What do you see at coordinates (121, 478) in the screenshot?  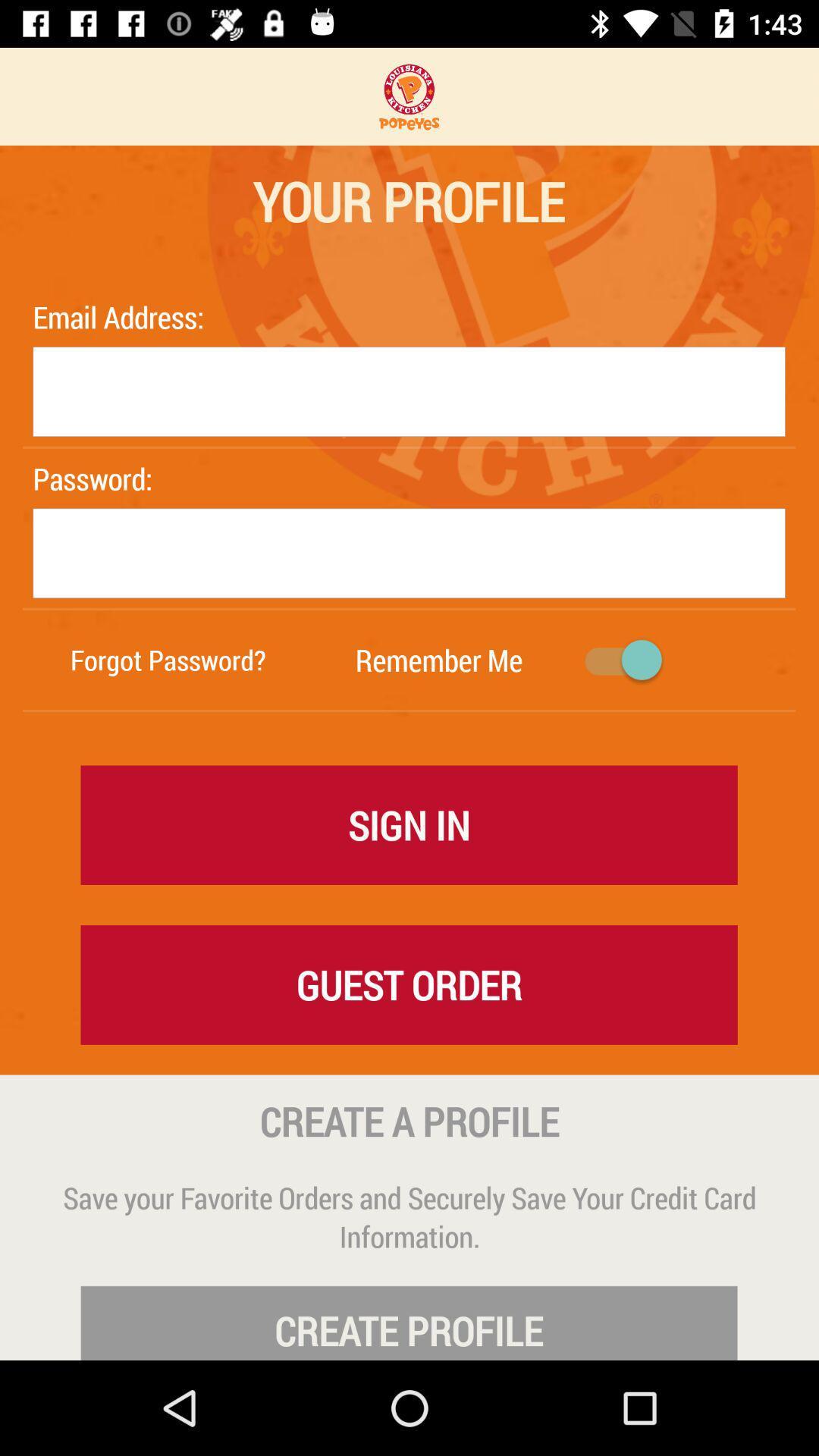 I see `the password:` at bounding box center [121, 478].